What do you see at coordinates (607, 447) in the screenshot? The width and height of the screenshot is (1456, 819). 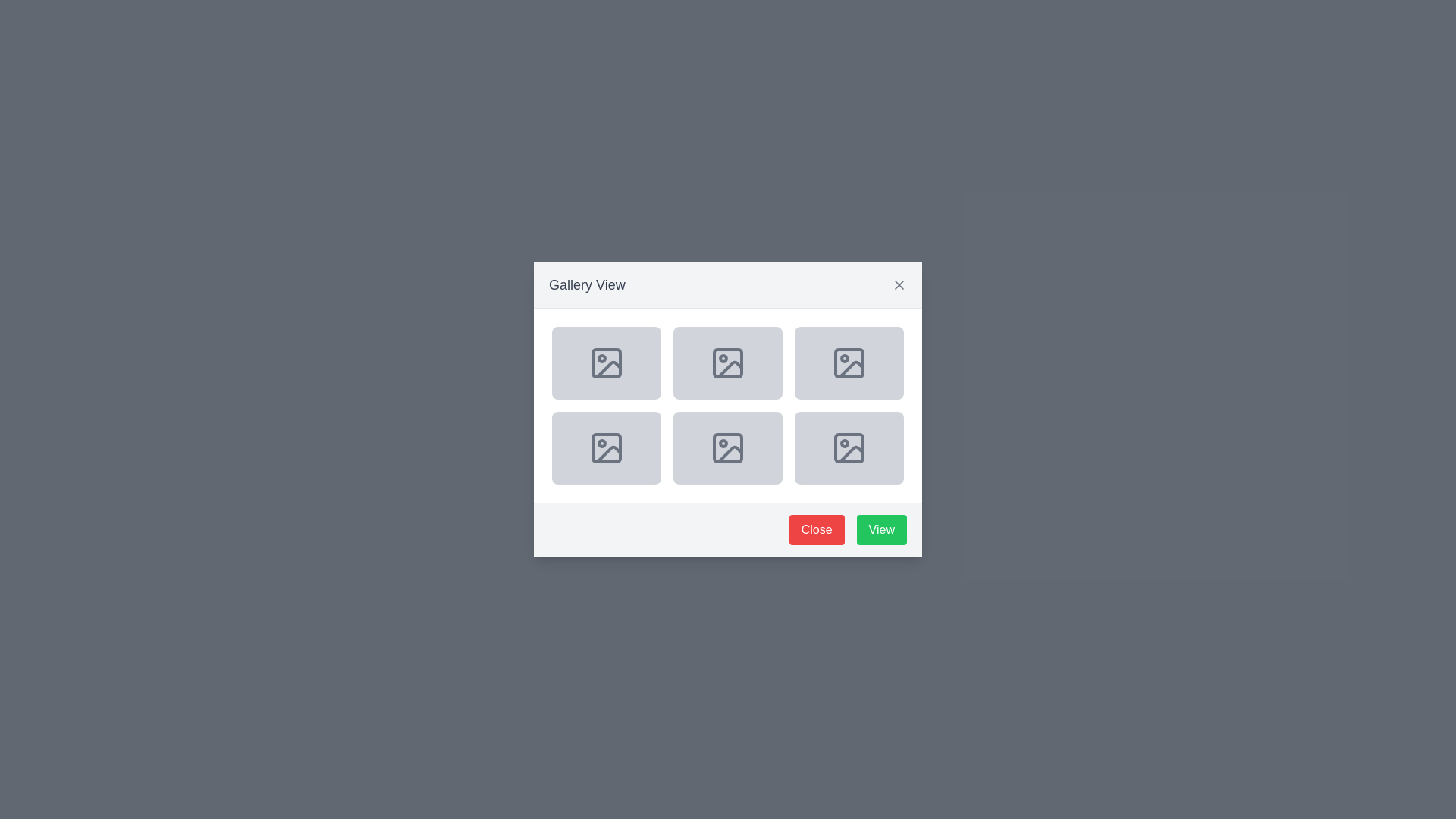 I see `the bottom-left icon in the gallery view, which serves as a visual indicator and is part of a 2x3 grid layout within a modal dialog box` at bounding box center [607, 447].